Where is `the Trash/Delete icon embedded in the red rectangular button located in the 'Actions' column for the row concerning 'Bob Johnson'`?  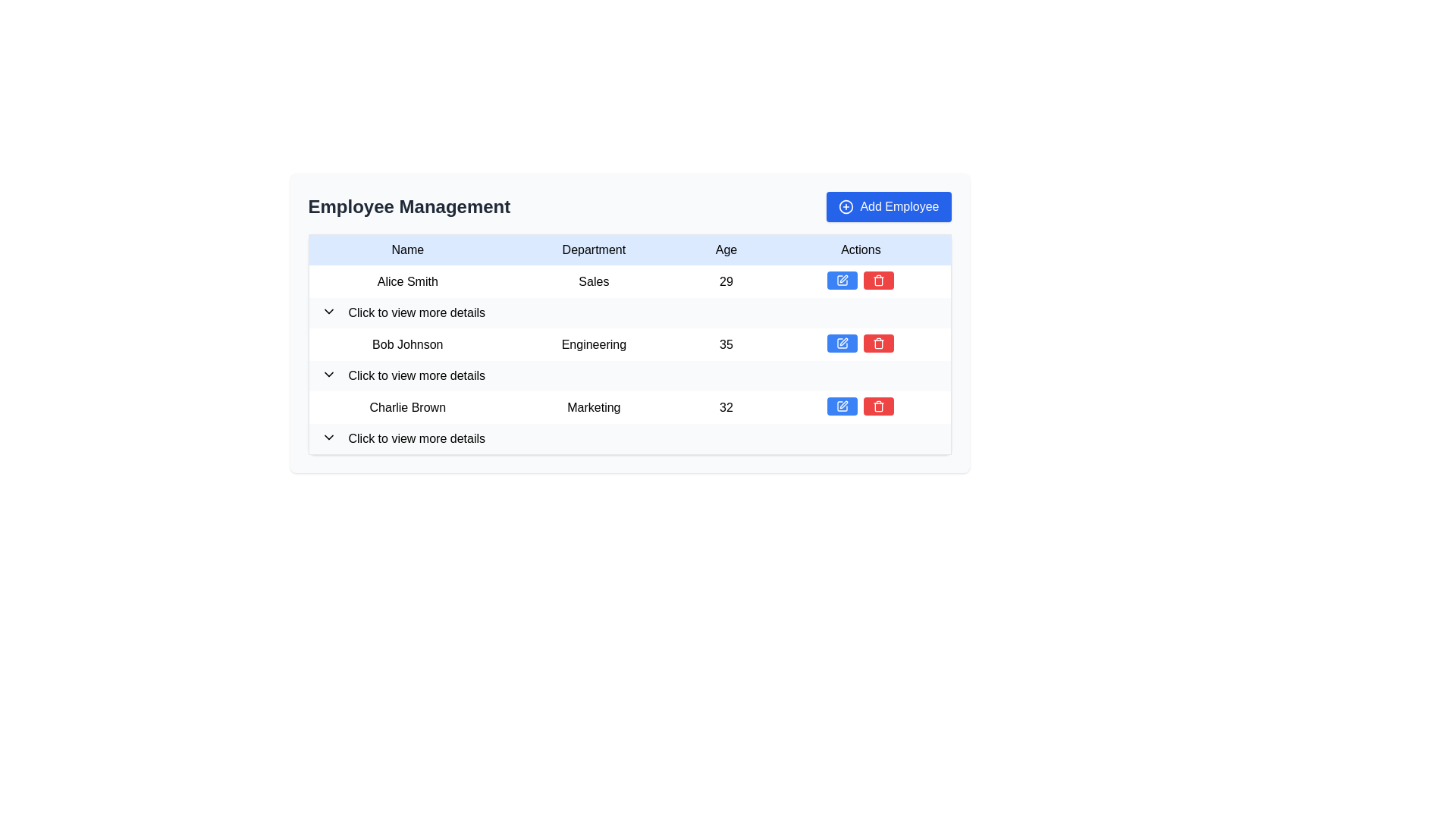
the Trash/Delete icon embedded in the red rectangular button located in the 'Actions' column for the row concerning 'Bob Johnson' is located at coordinates (879, 343).